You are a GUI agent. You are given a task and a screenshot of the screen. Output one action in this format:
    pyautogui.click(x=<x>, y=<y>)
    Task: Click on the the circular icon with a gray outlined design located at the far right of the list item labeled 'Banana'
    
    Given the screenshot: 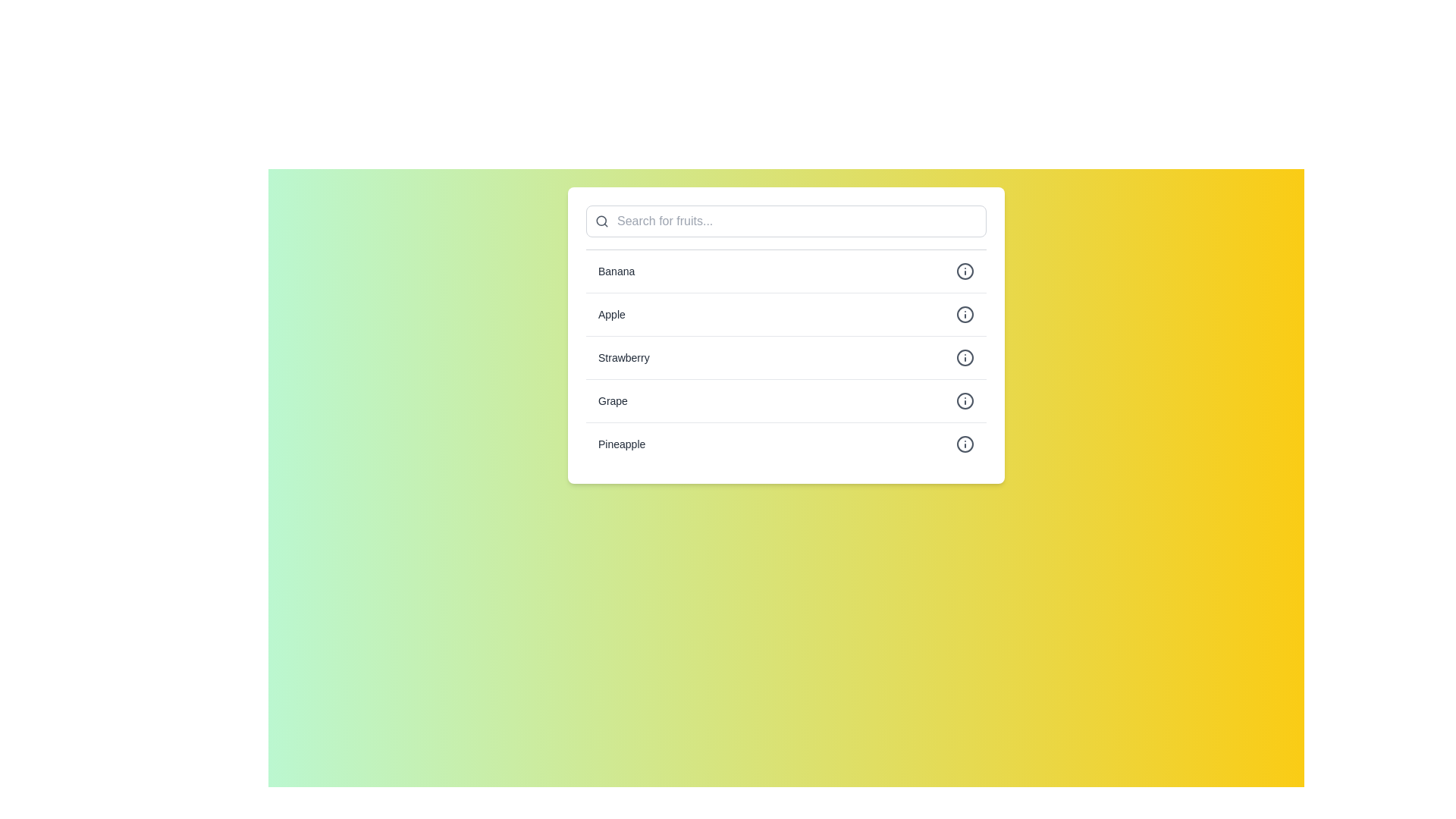 What is the action you would take?
    pyautogui.click(x=964, y=271)
    